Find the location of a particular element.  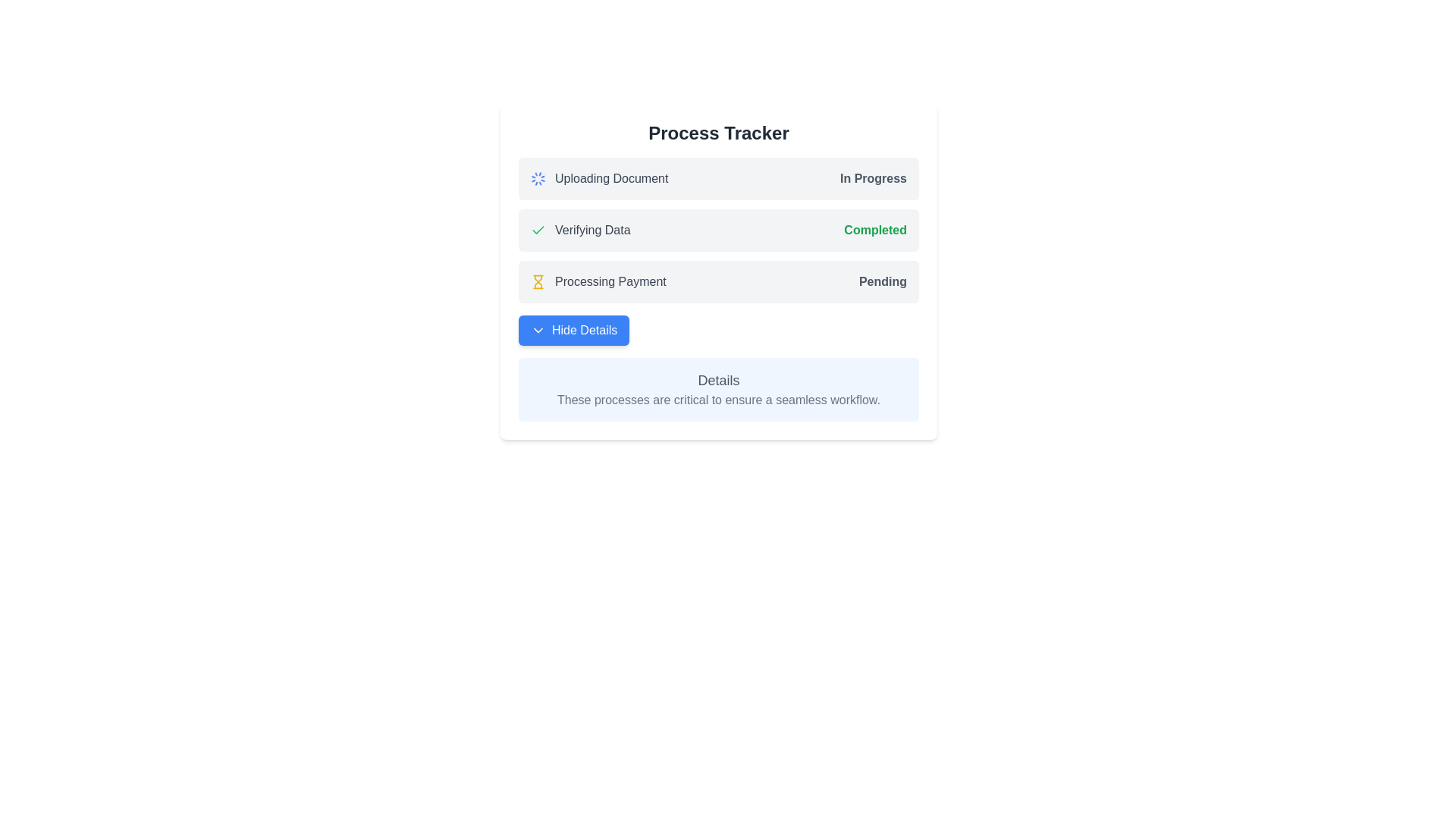

the status indicator label that specifies the completion of the 'Verifying Data' process, located to the right of the 'Verifying Data' label is located at coordinates (875, 231).